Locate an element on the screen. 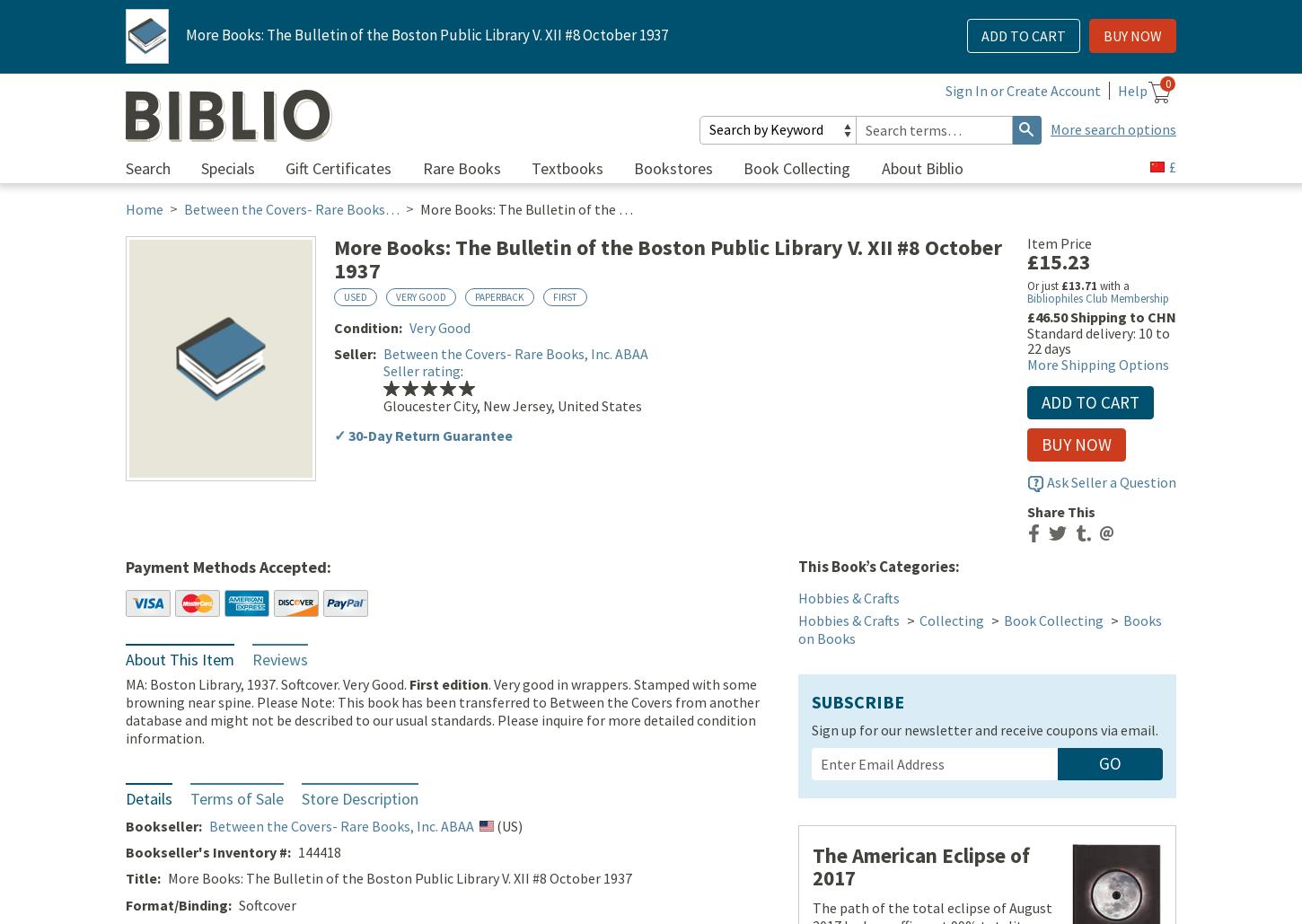 The image size is (1302, 924). '(US)' is located at coordinates (507, 827).